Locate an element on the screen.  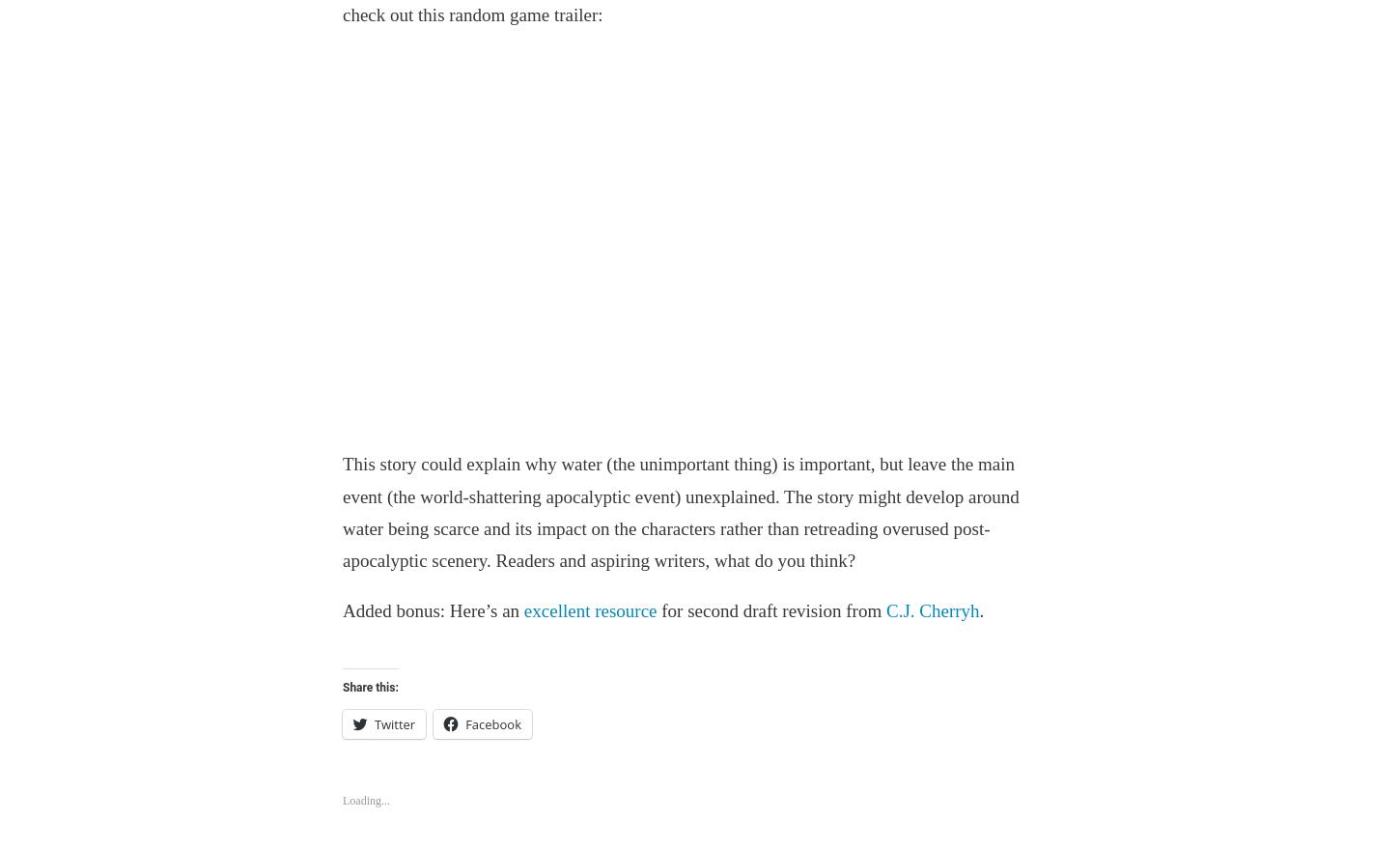
'Share this:' is located at coordinates (369, 687).